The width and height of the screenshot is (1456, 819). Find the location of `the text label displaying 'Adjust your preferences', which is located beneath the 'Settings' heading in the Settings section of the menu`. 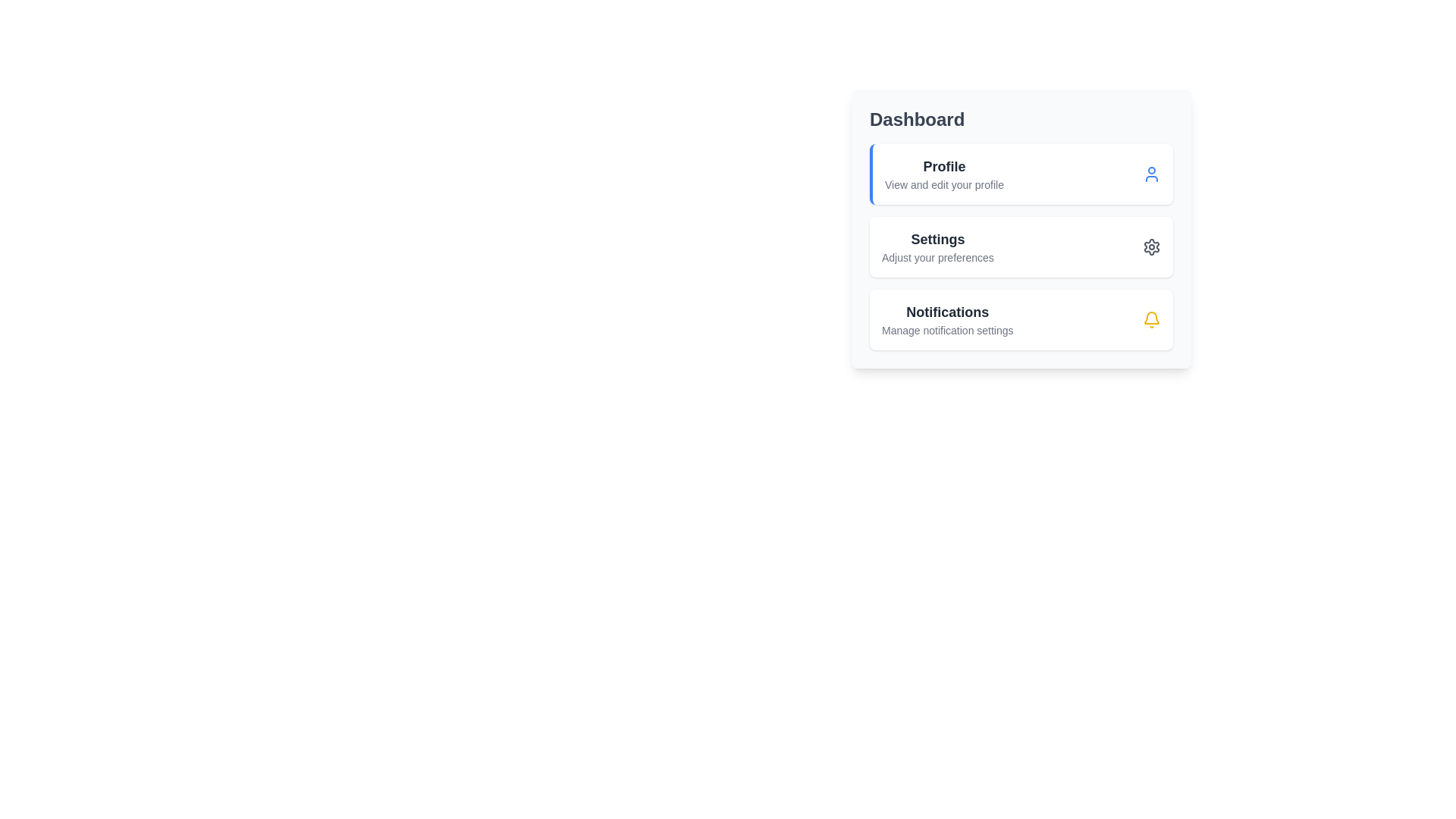

the text label displaying 'Adjust your preferences', which is located beneath the 'Settings' heading in the Settings section of the menu is located at coordinates (937, 256).